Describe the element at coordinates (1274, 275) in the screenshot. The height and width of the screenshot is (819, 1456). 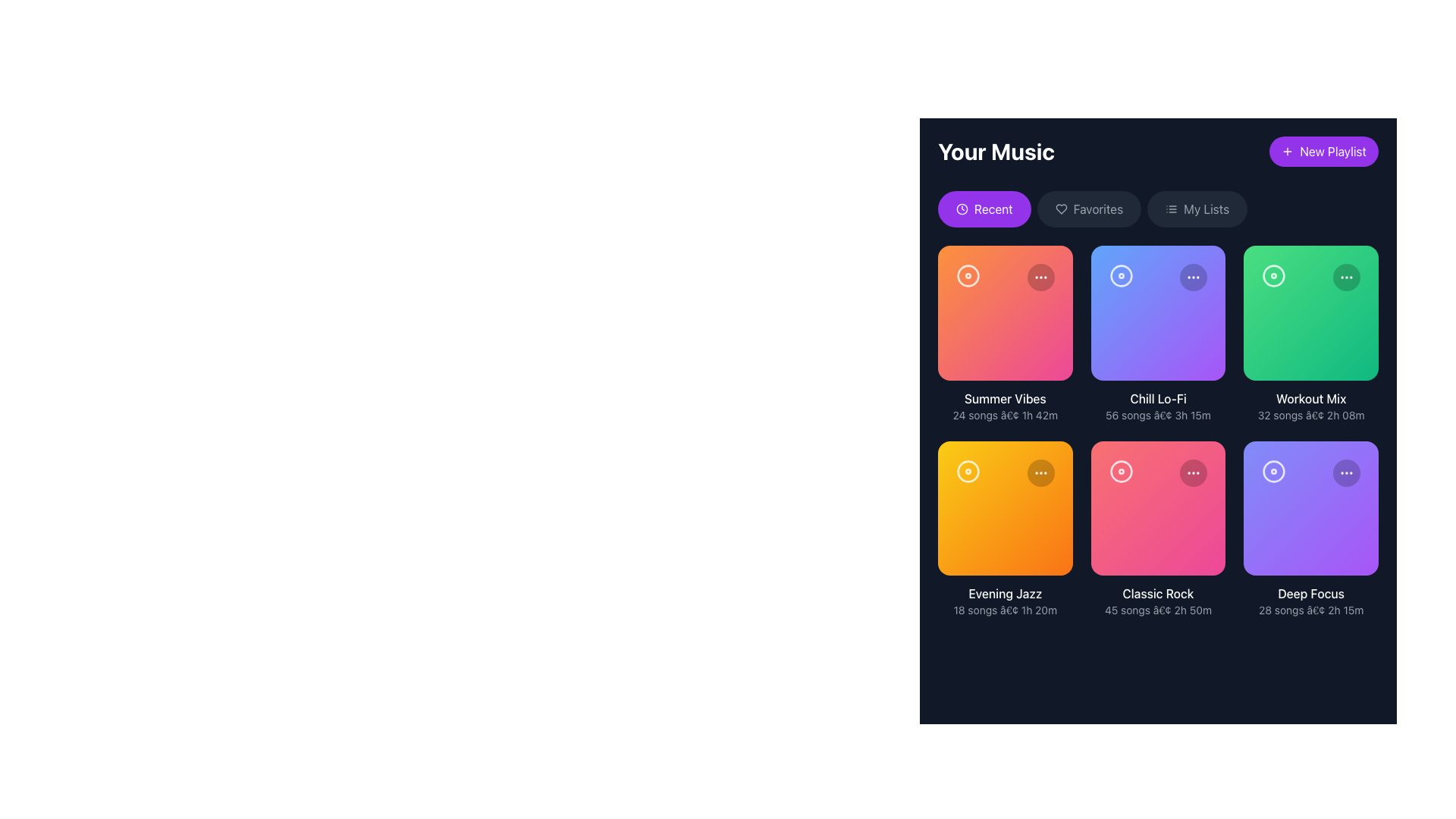
I see `the indicator icon representing the state or information about the 'Workout Mix' playlist located in the top-left quadrant of the card` at that location.